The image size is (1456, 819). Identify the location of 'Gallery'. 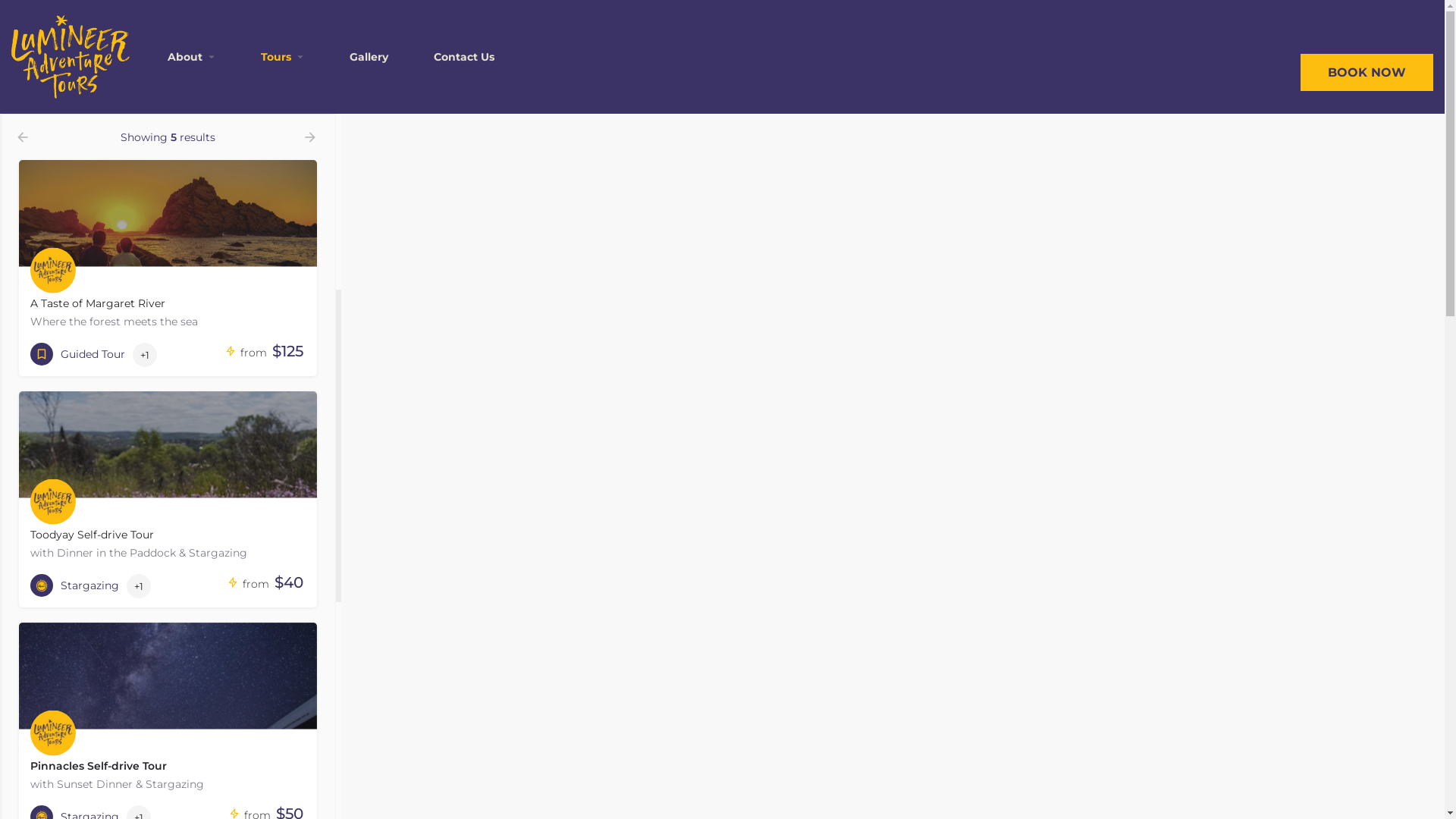
(369, 55).